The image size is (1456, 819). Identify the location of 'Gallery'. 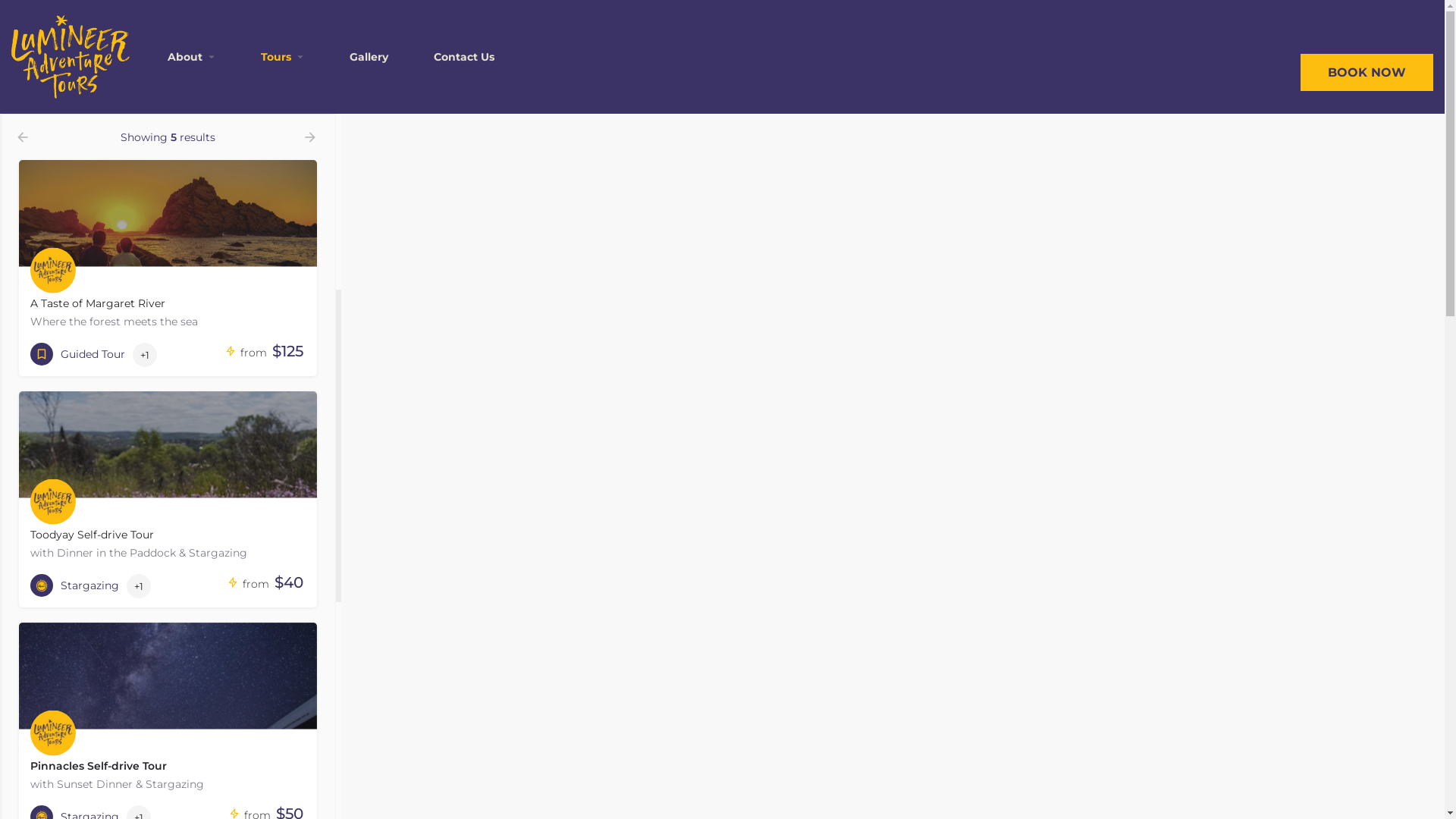
(369, 55).